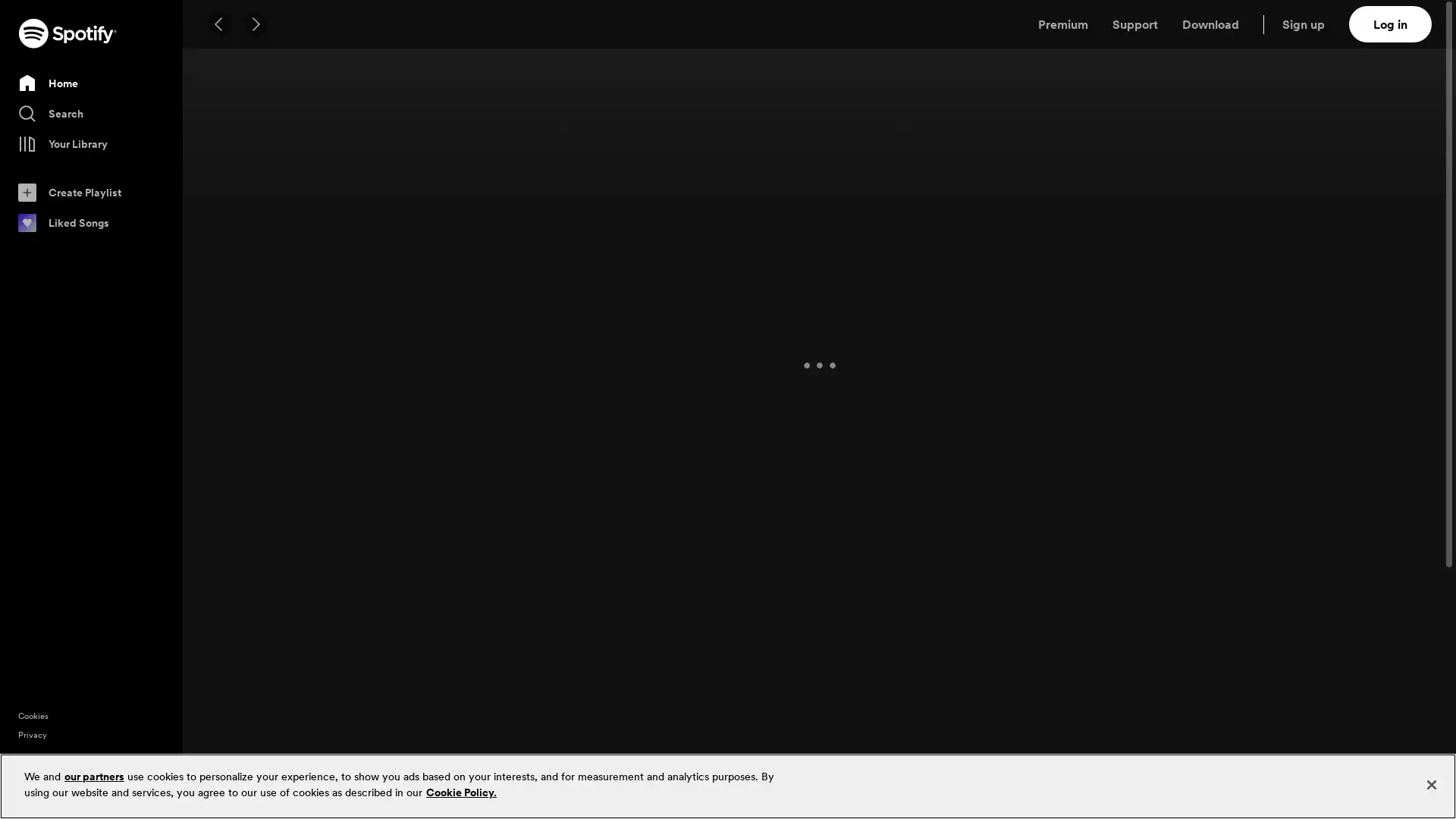  Describe the element at coordinates (618, 762) in the screenshot. I see `Play BBE` at that location.